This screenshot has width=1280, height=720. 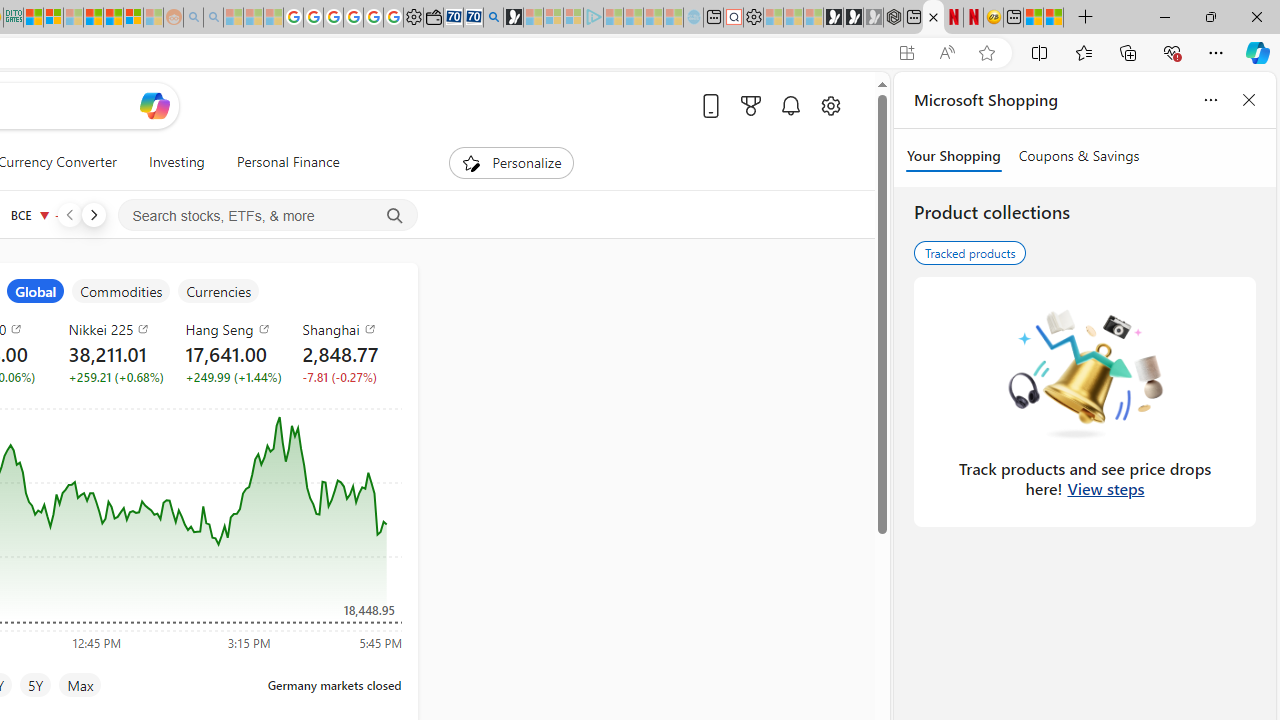 I want to click on 'Cheap Car Rentals - Save70.com', so click(x=471, y=17).